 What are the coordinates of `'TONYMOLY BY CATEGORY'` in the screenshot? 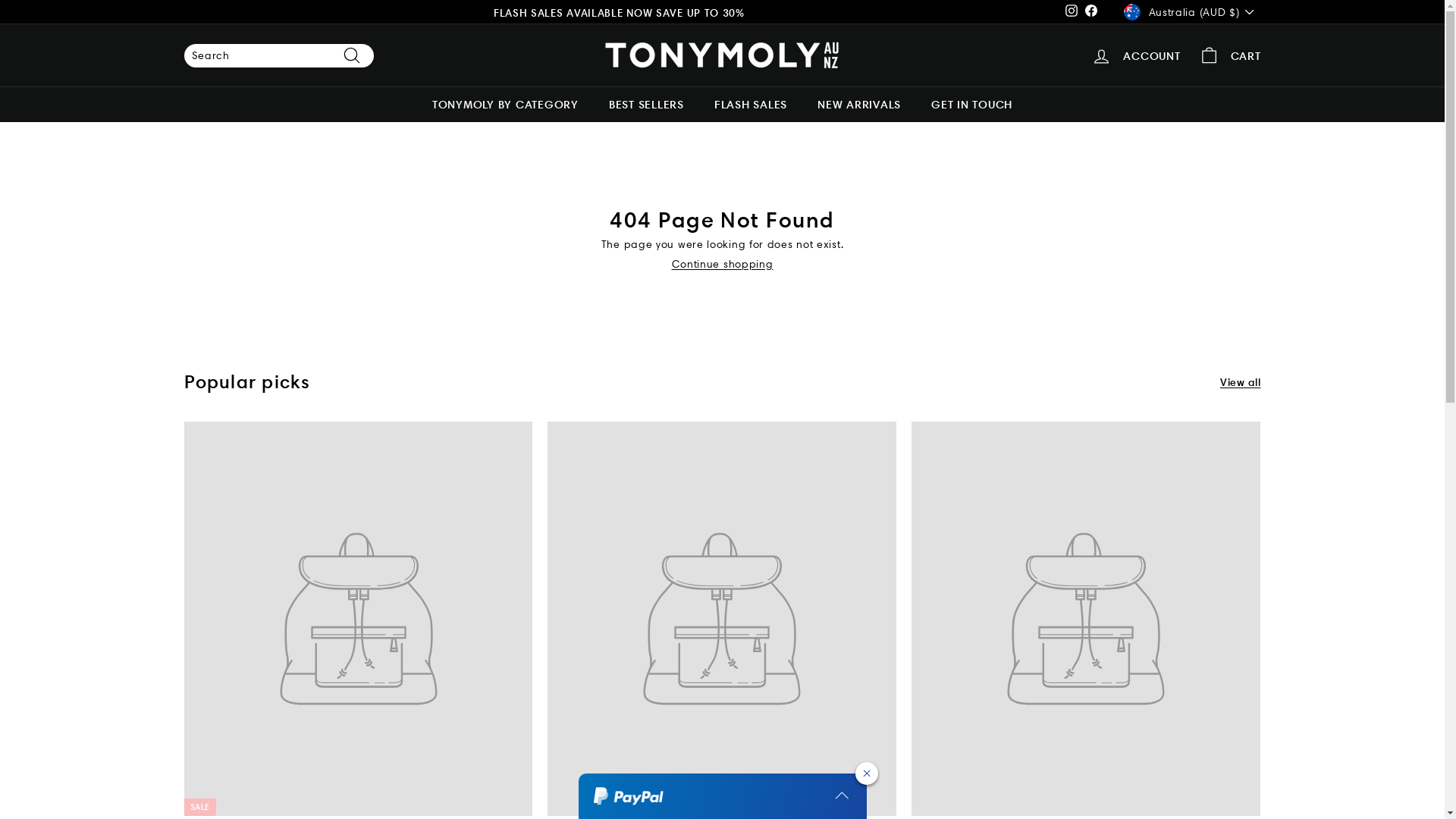 It's located at (417, 103).